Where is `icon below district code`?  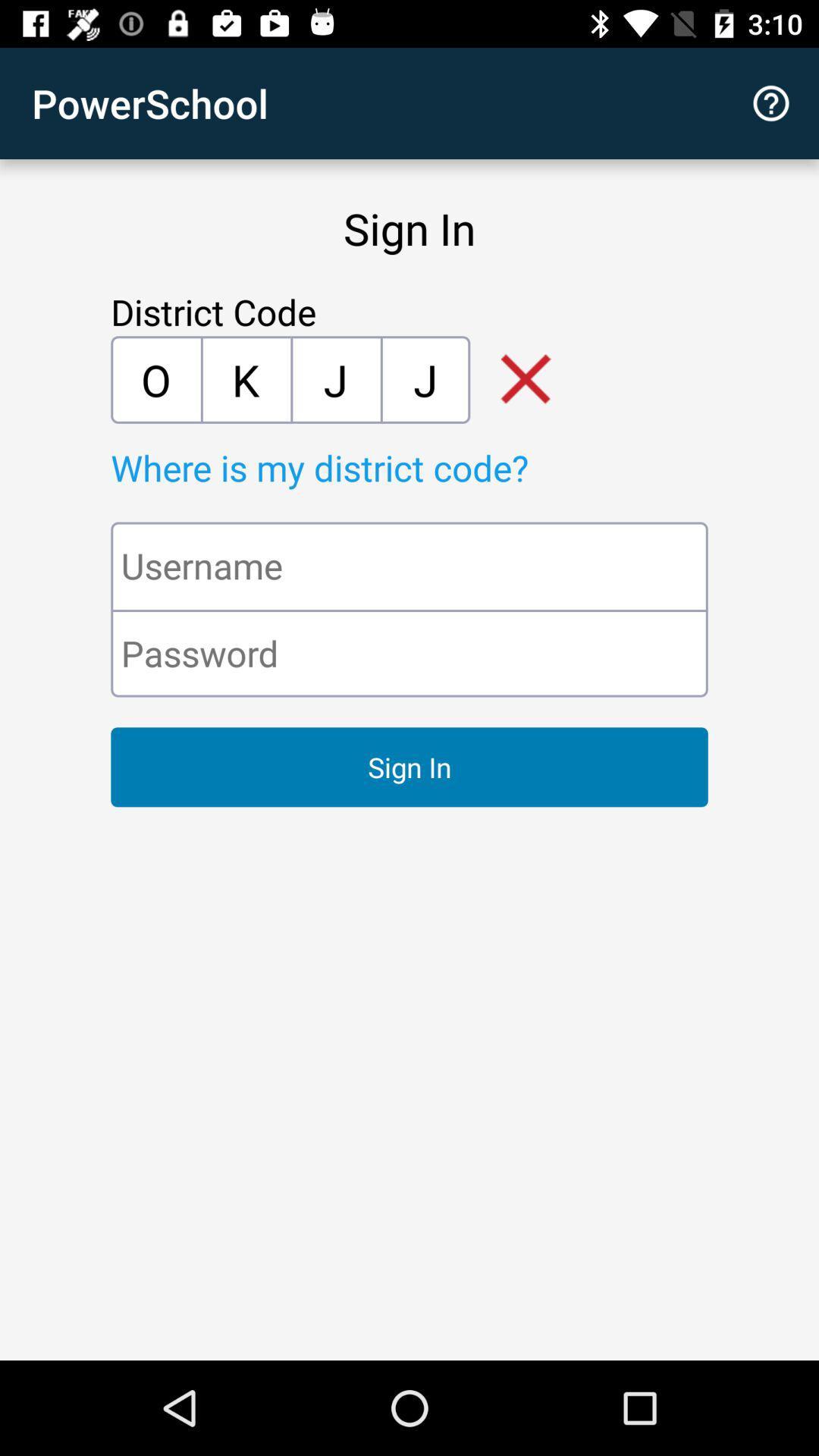 icon below district code is located at coordinates (245, 379).